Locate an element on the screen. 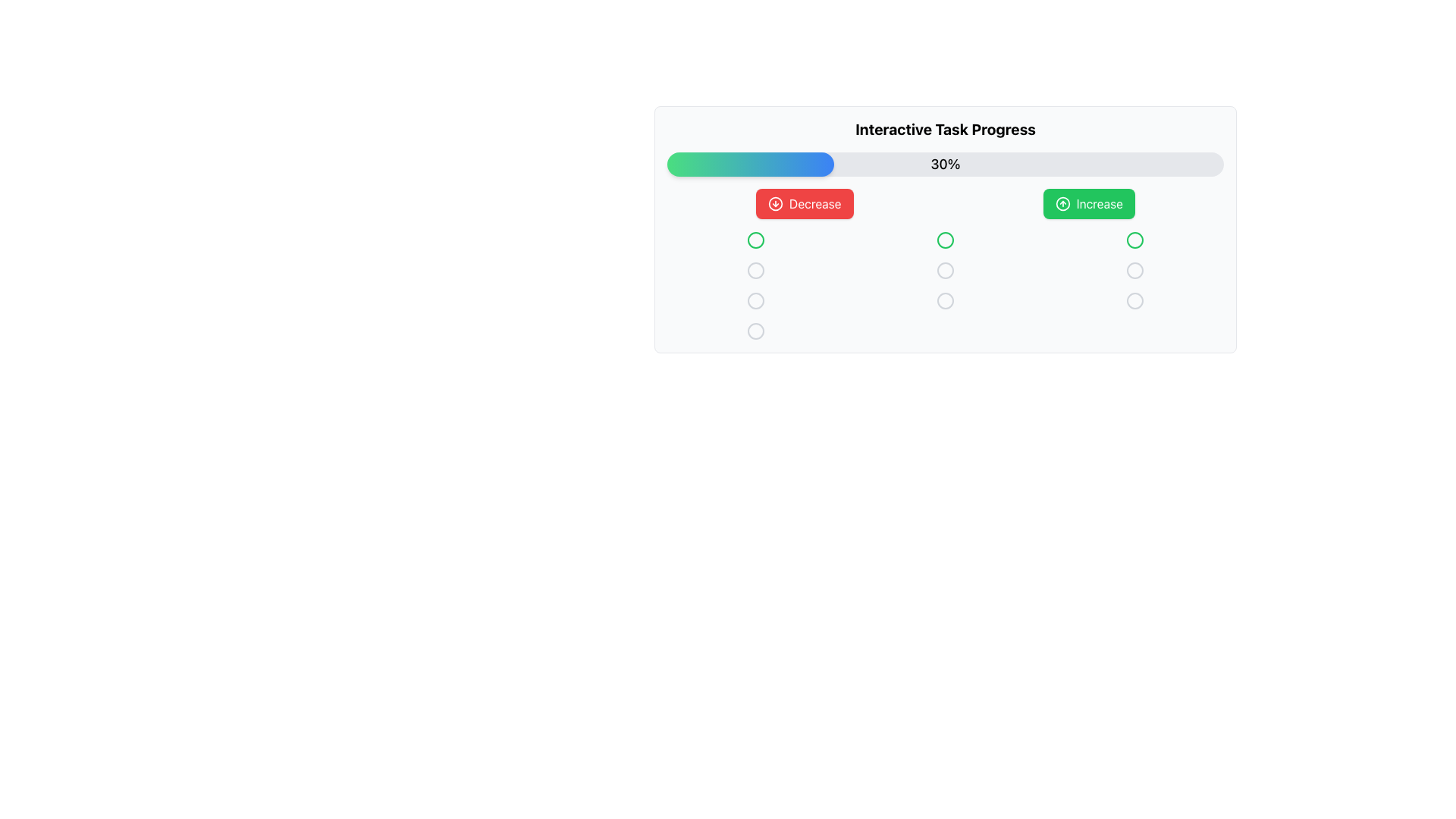 This screenshot has height=819, width=1456. the Progress Bar element, which displays 30% progress and is located below the heading 'Interactive Task Progress' is located at coordinates (945, 164).